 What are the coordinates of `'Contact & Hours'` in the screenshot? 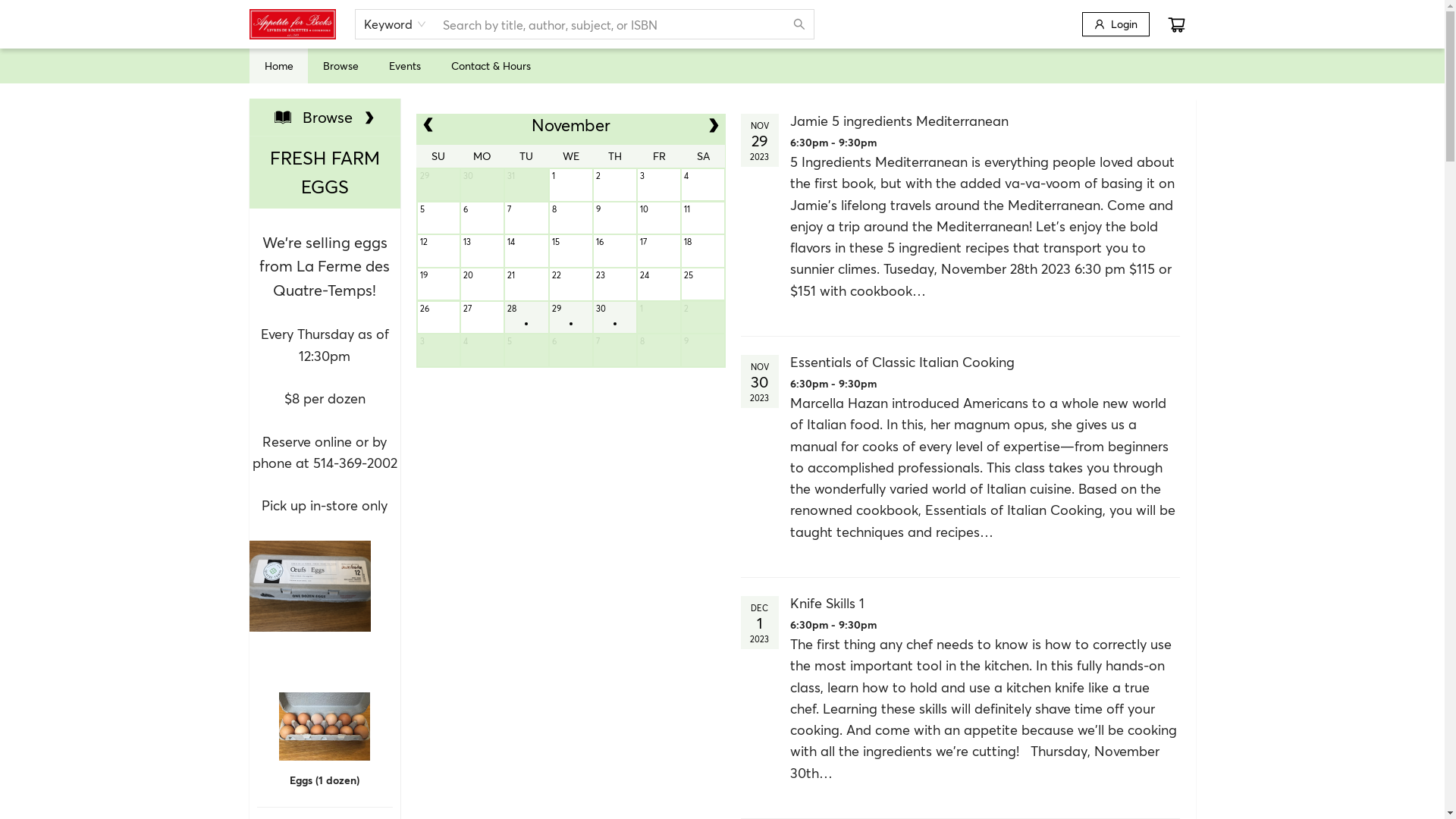 It's located at (490, 64).